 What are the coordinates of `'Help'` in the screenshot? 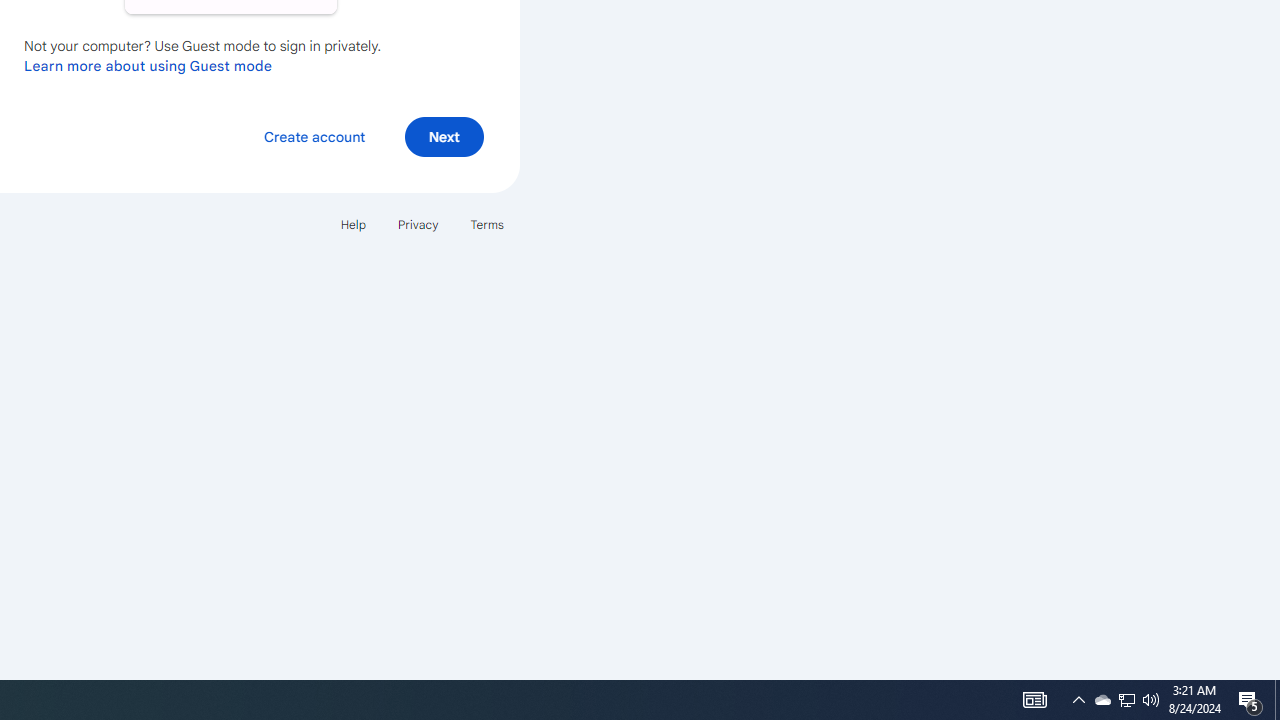 It's located at (352, 224).